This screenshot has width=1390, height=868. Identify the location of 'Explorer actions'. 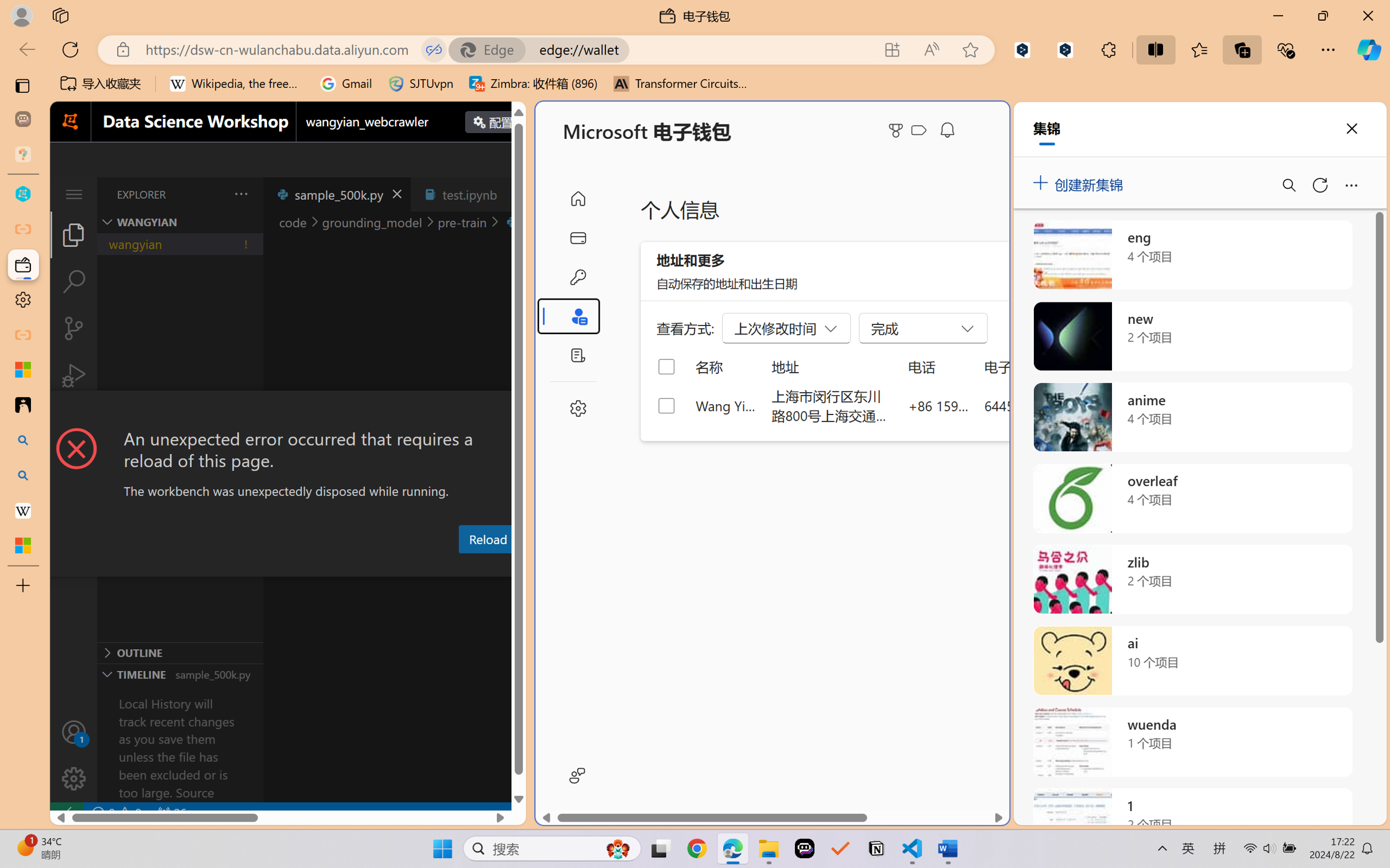
(212, 193).